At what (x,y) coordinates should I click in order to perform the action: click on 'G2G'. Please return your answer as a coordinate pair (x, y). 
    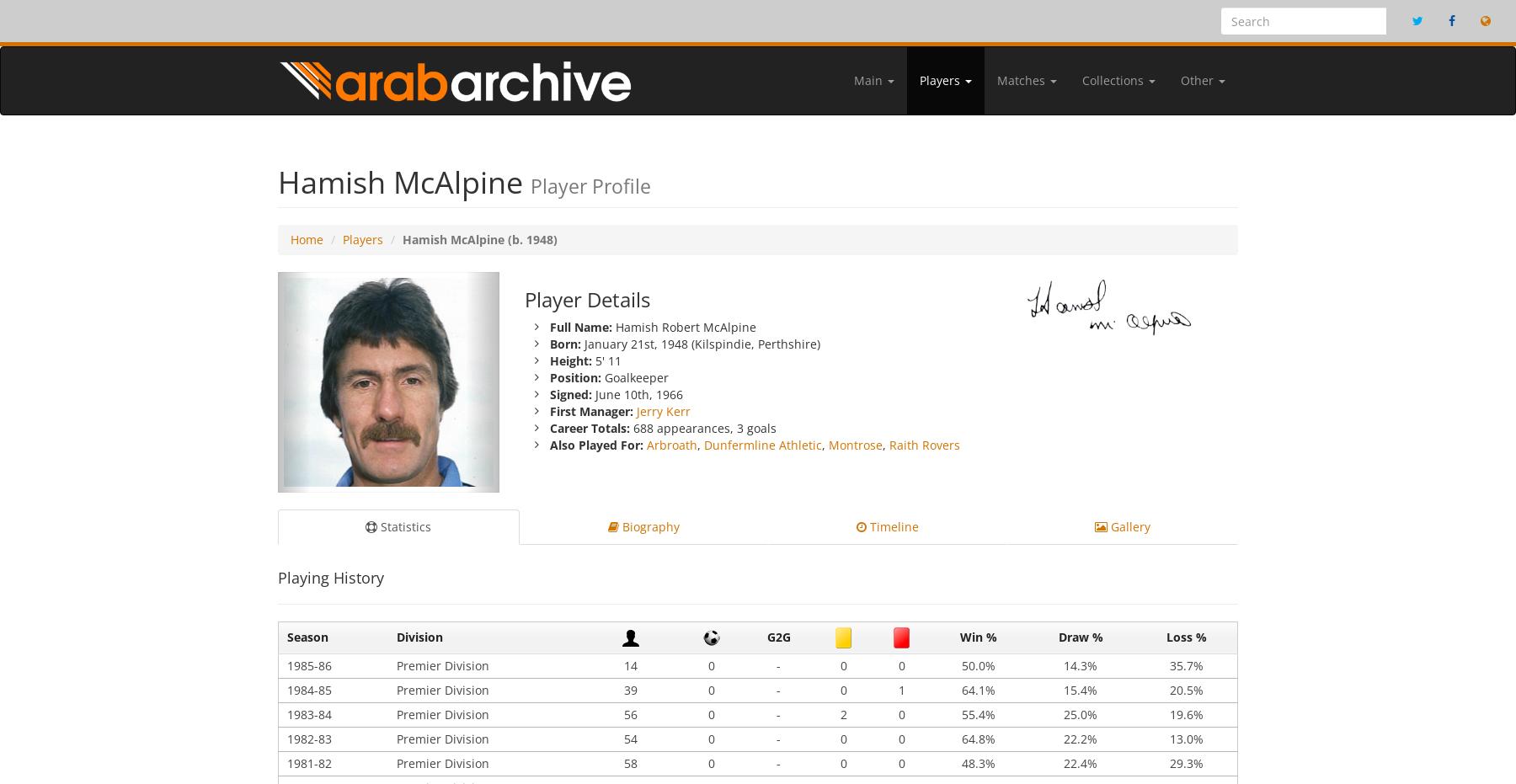
    Looking at the image, I should click on (766, 637).